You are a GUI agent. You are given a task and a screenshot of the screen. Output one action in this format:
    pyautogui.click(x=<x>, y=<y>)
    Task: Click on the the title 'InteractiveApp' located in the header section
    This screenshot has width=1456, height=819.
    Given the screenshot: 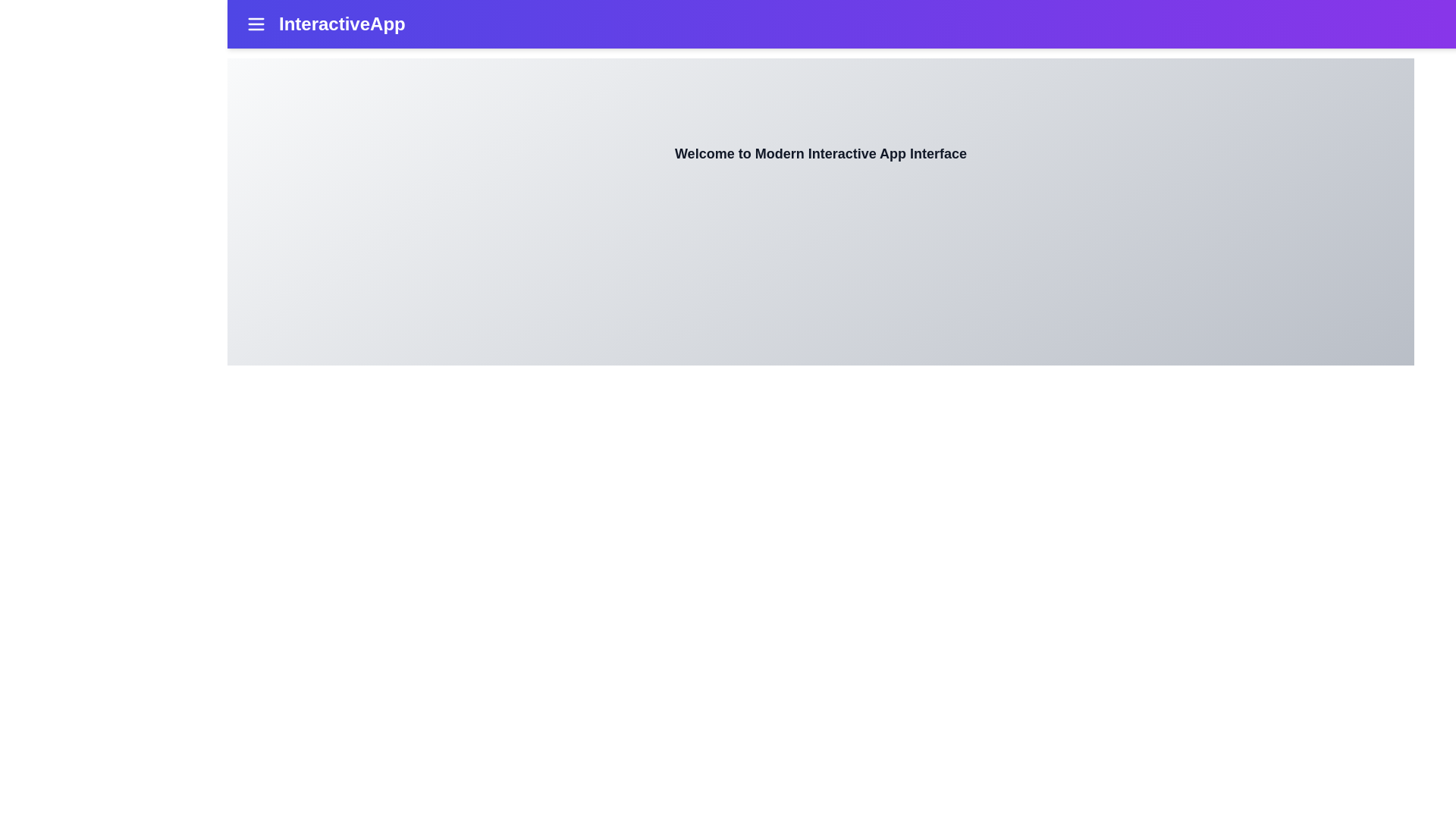 What is the action you would take?
    pyautogui.click(x=341, y=24)
    